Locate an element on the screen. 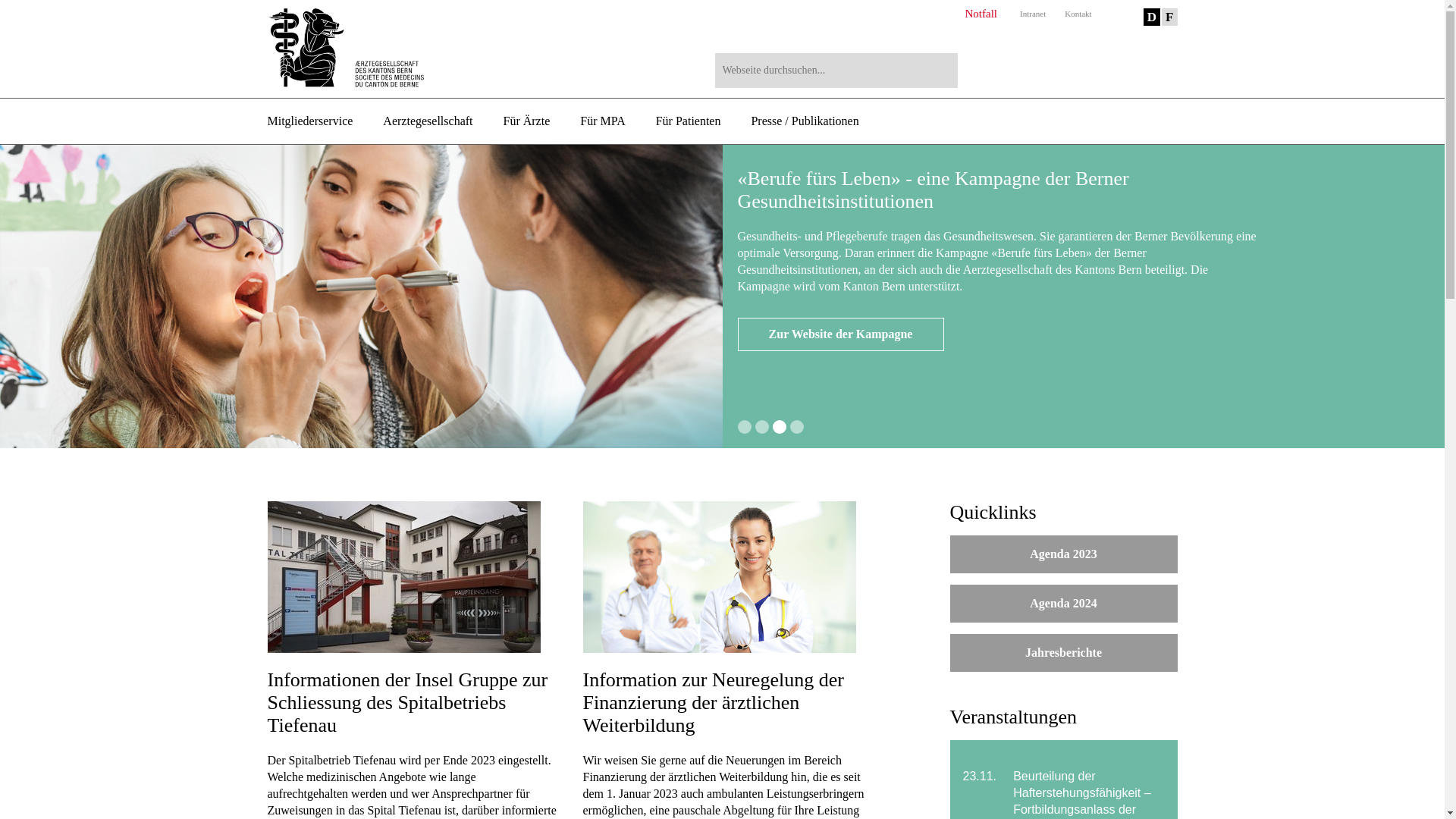 The width and height of the screenshot is (1456, 819). '23.11.' is located at coordinates (982, 776).